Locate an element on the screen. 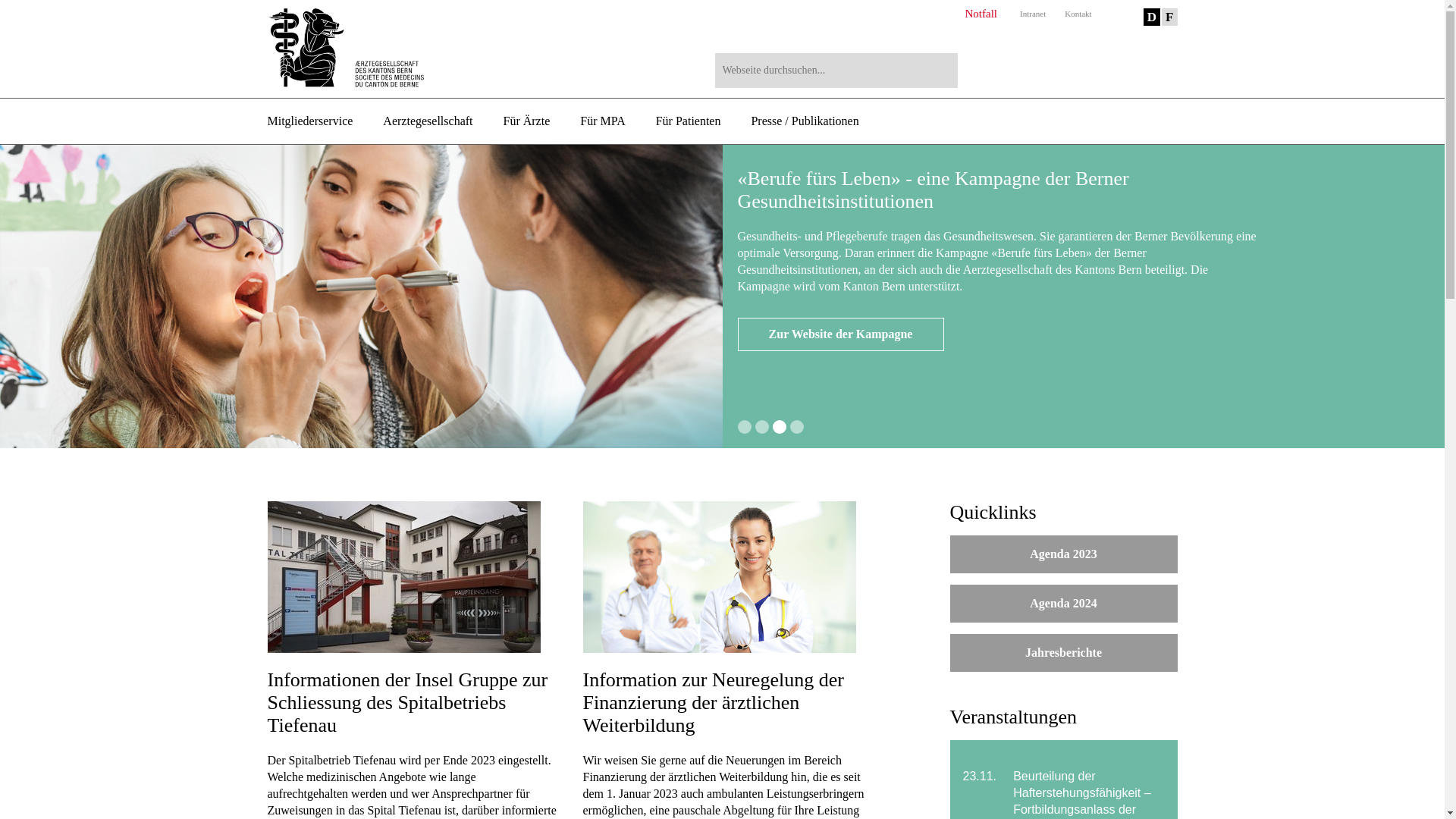 The width and height of the screenshot is (1456, 819). '23.11.' is located at coordinates (982, 776).